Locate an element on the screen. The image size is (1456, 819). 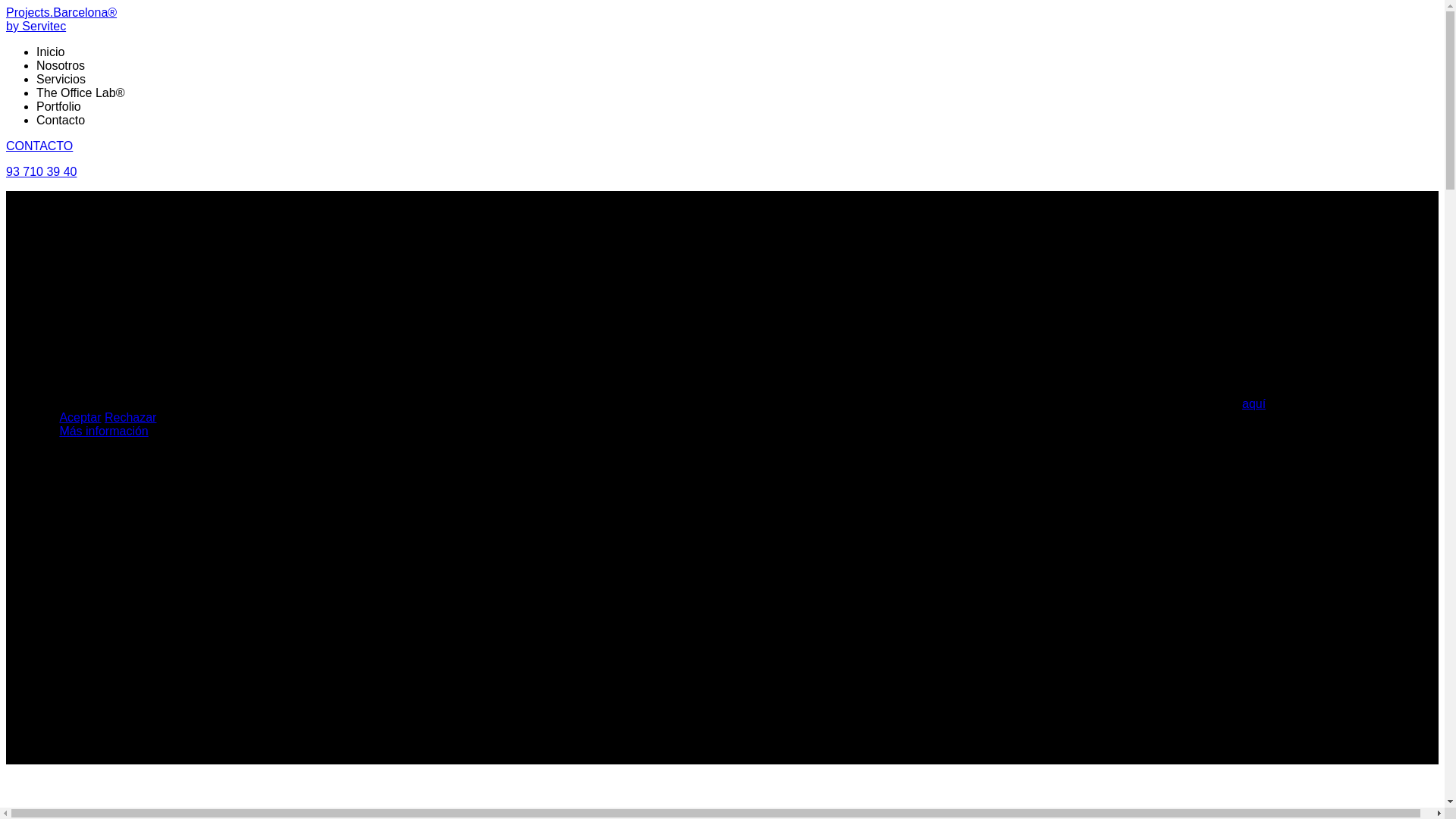
'Portfolio' is located at coordinates (36, 105).